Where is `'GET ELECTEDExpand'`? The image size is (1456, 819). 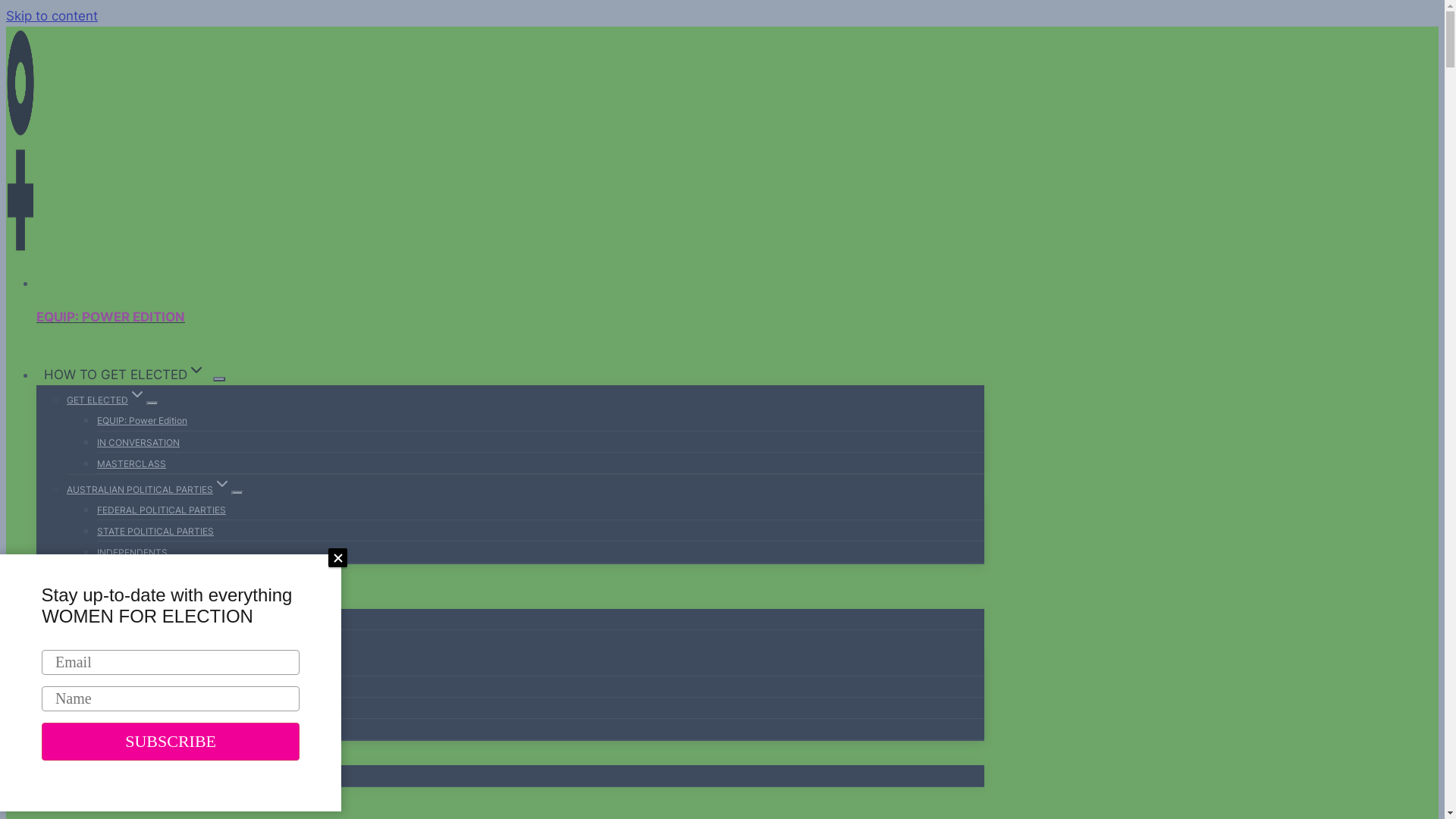
'GET ELECTEDExpand' is located at coordinates (105, 399).